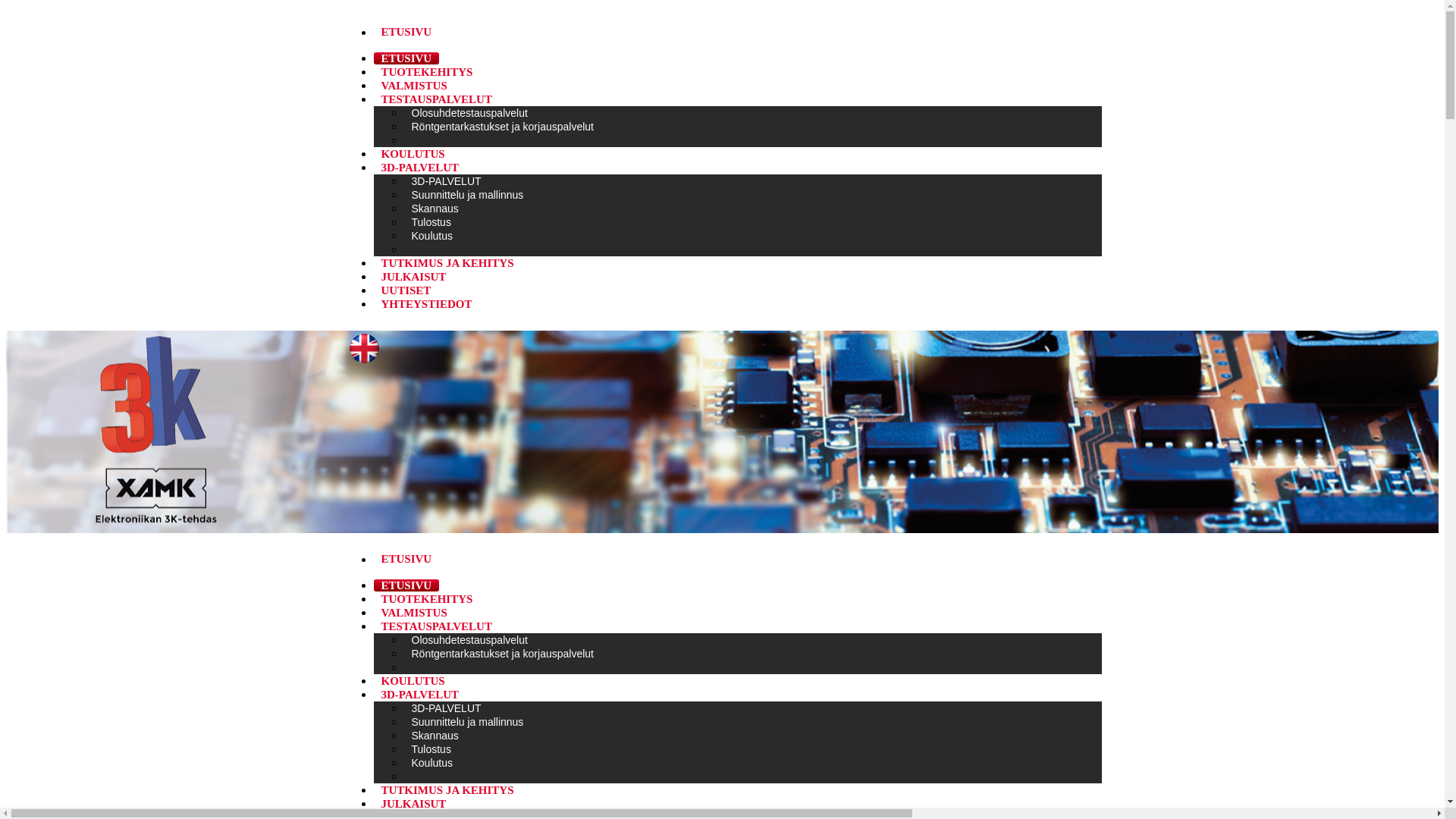 The image size is (1456, 819). What do you see at coordinates (435, 99) in the screenshot?
I see `'TESTAUSPALVELUT'` at bounding box center [435, 99].